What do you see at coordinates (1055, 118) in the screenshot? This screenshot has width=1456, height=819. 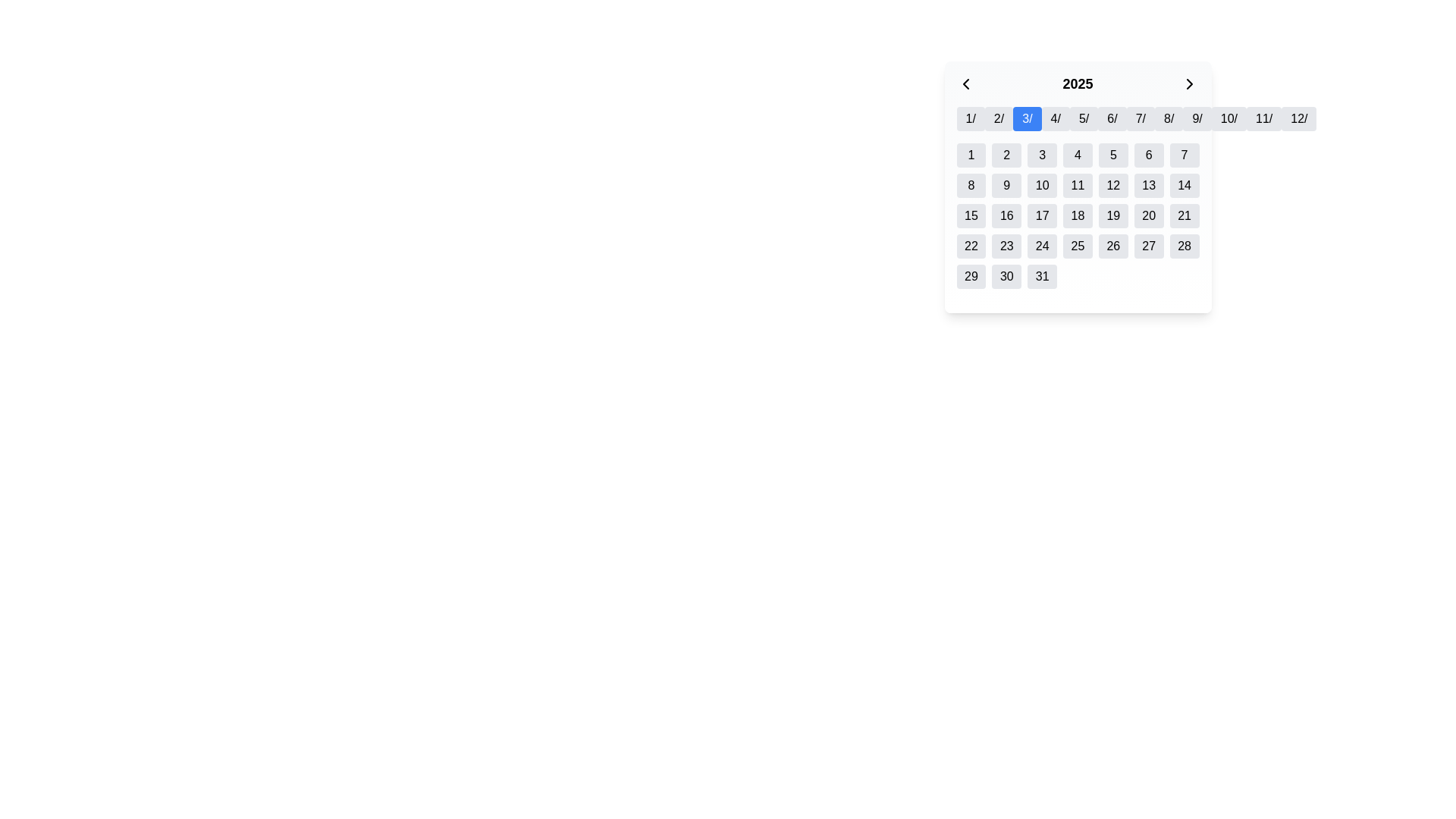 I see `the button representing the fourth month` at bounding box center [1055, 118].